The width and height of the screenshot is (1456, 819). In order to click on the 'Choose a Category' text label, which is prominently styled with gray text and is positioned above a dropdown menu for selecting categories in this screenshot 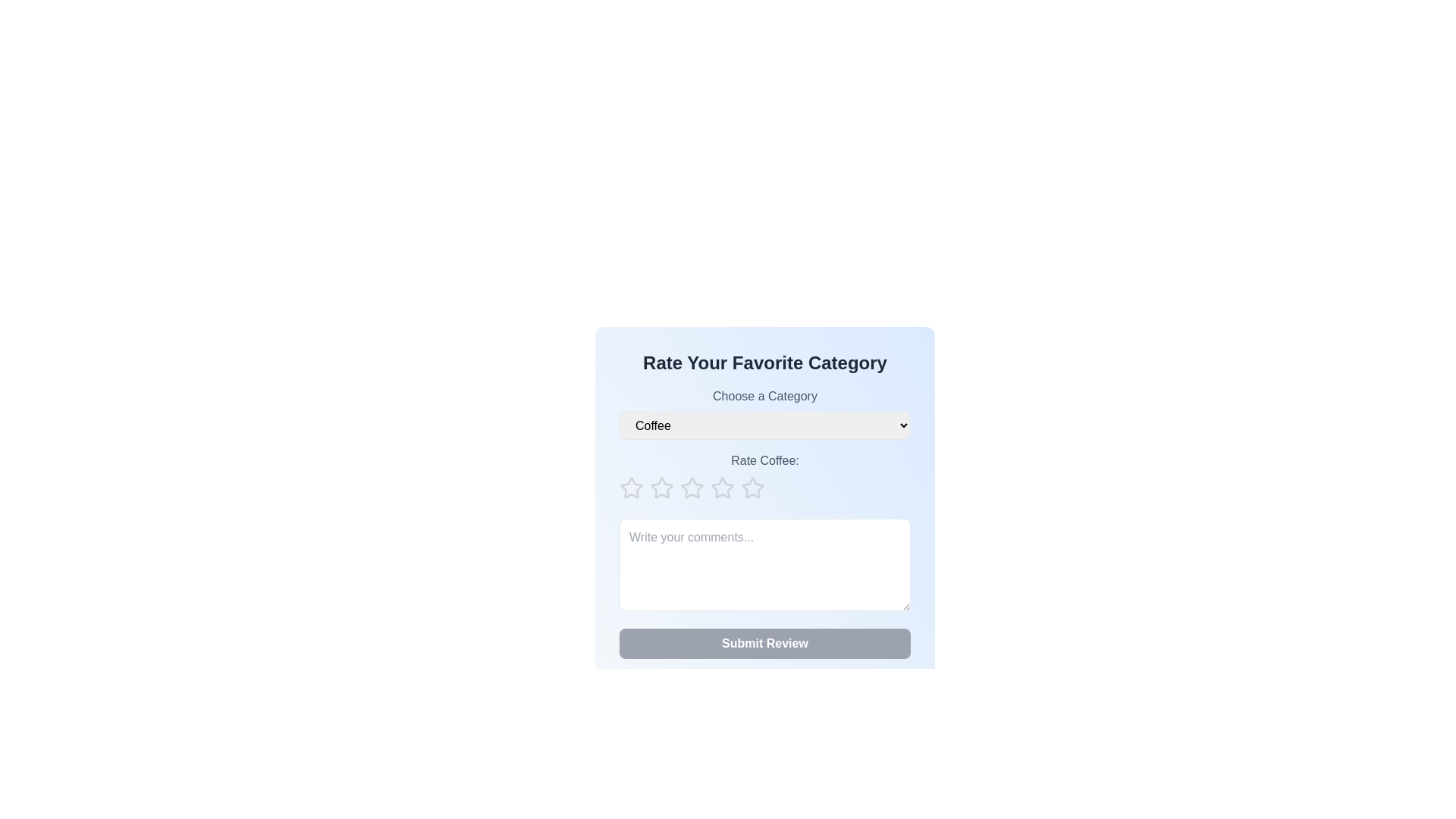, I will do `click(764, 396)`.